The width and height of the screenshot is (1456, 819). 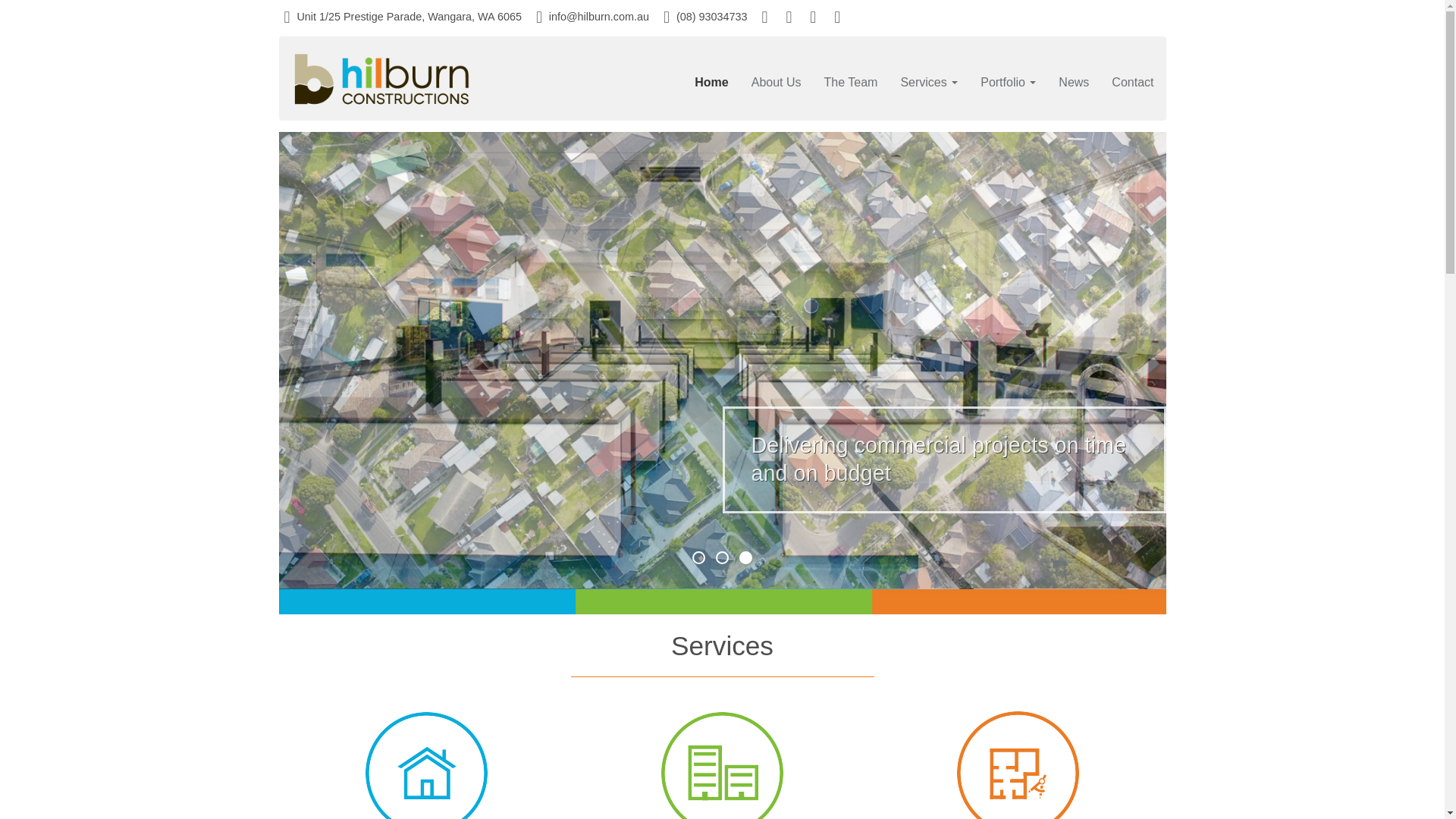 I want to click on '2', so click(x=721, y=557).